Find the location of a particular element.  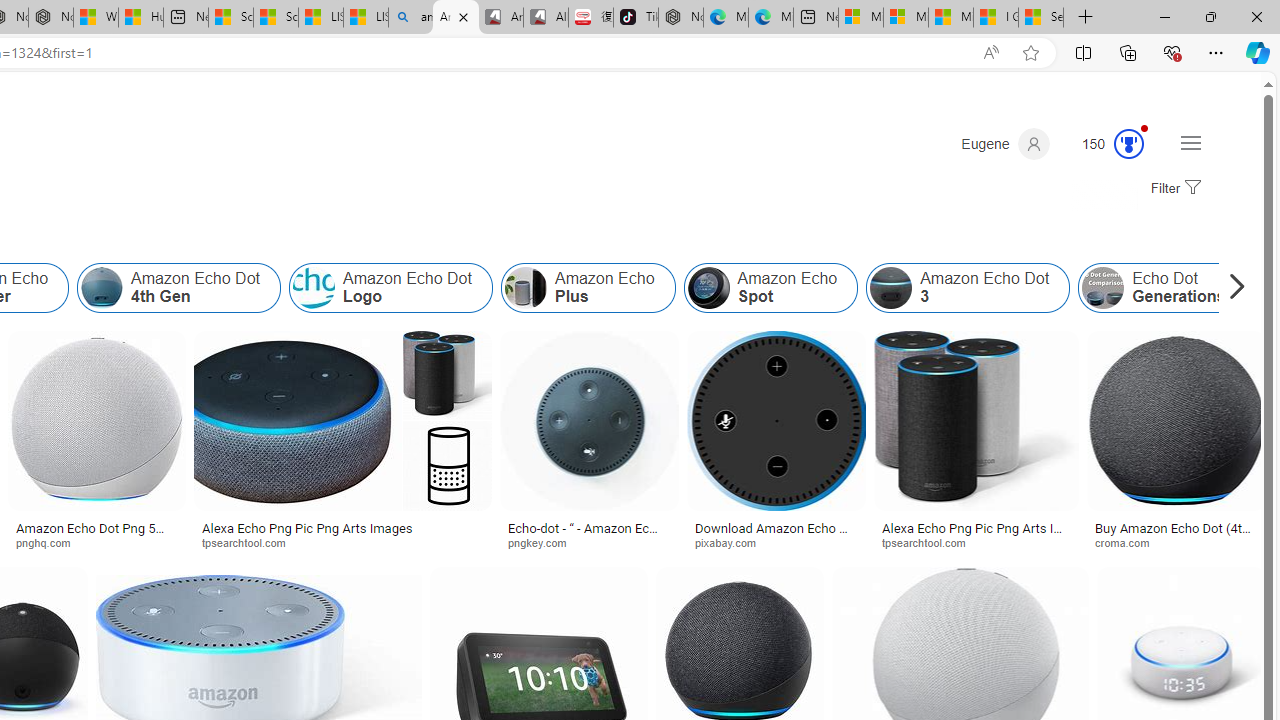

'Microsoft account | Privacy' is located at coordinates (905, 17).